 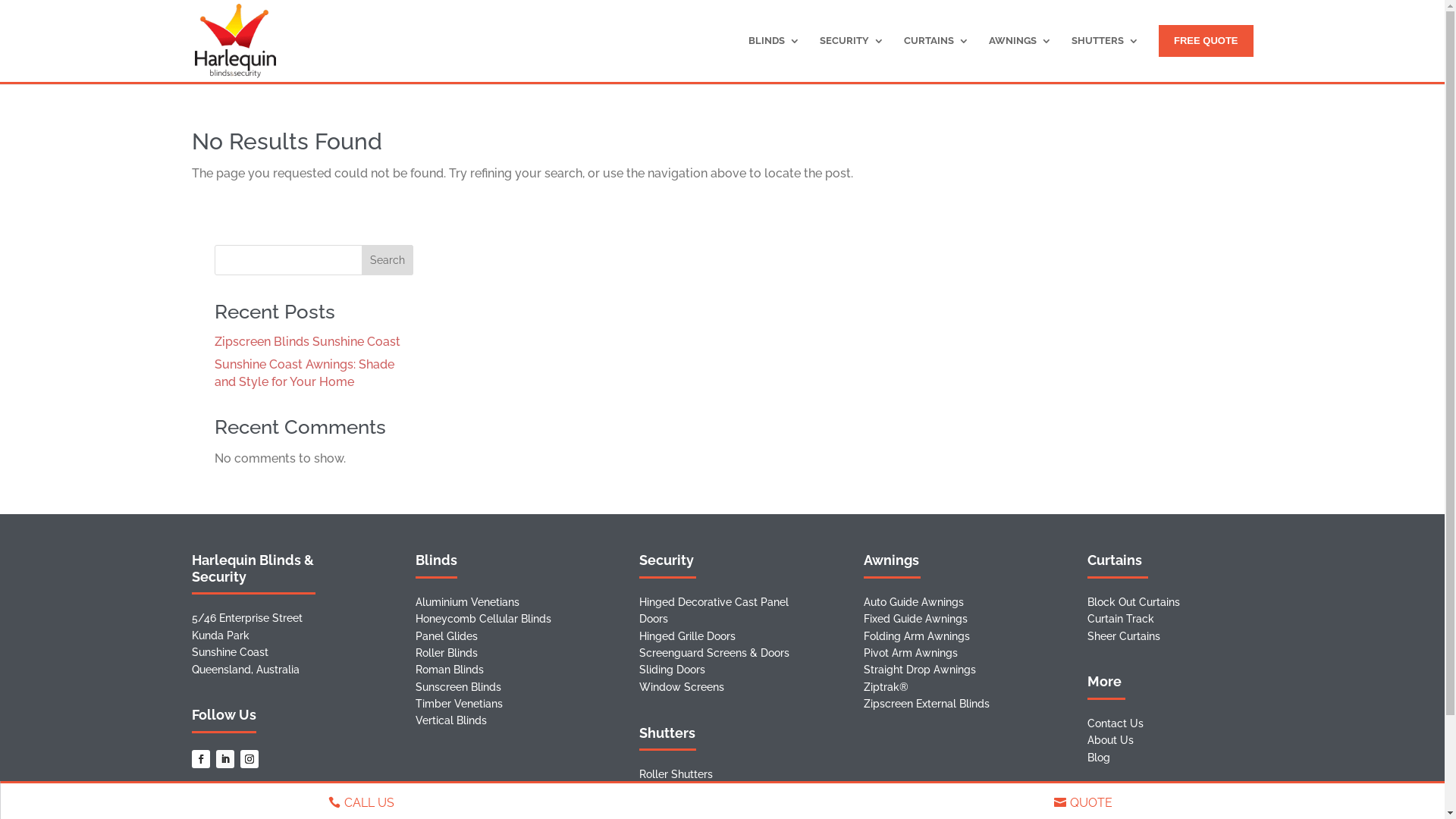 What do you see at coordinates (1124, 636) in the screenshot?
I see `'Sheer Curtains'` at bounding box center [1124, 636].